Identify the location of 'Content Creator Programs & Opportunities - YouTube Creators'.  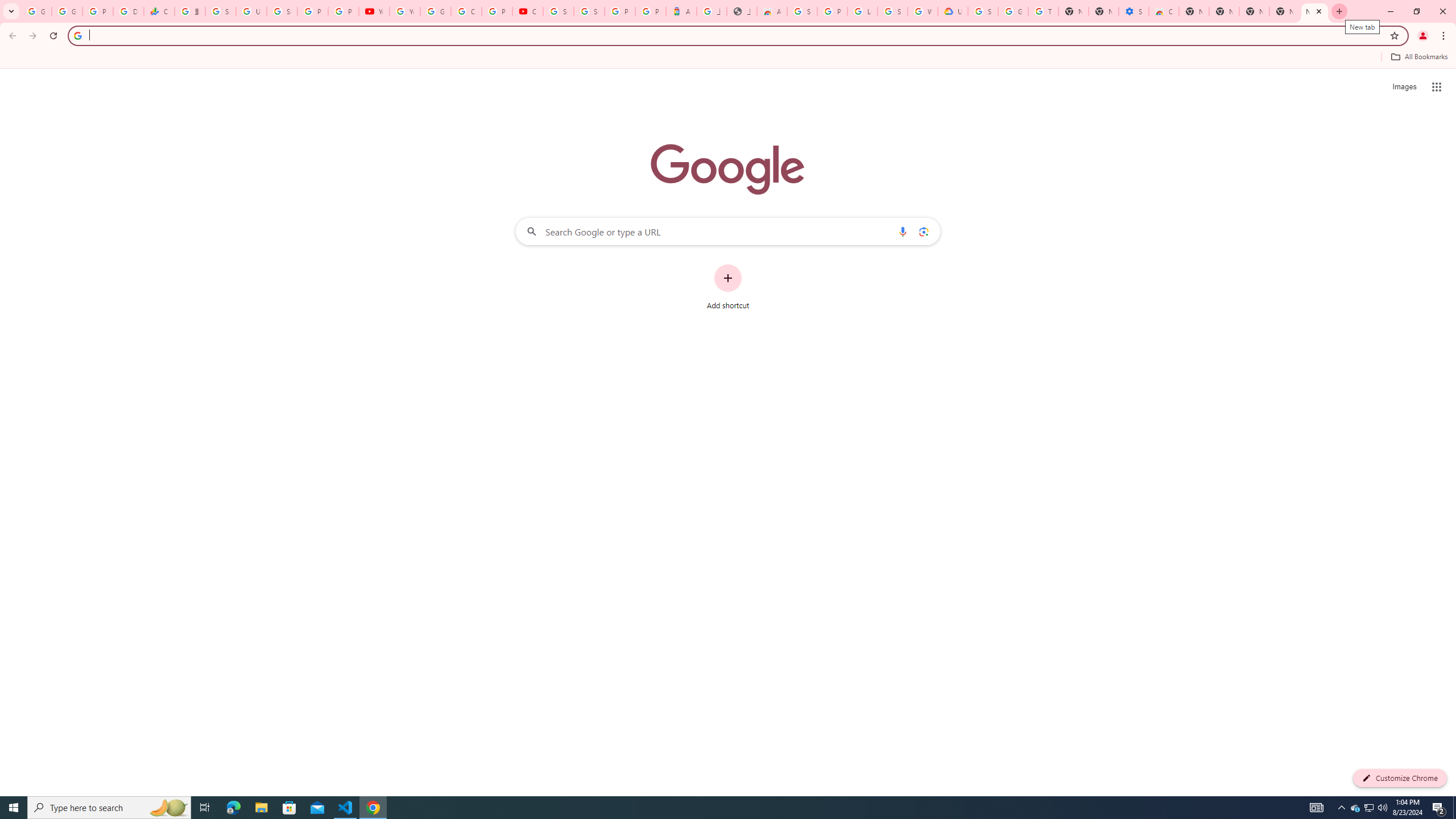
(528, 11).